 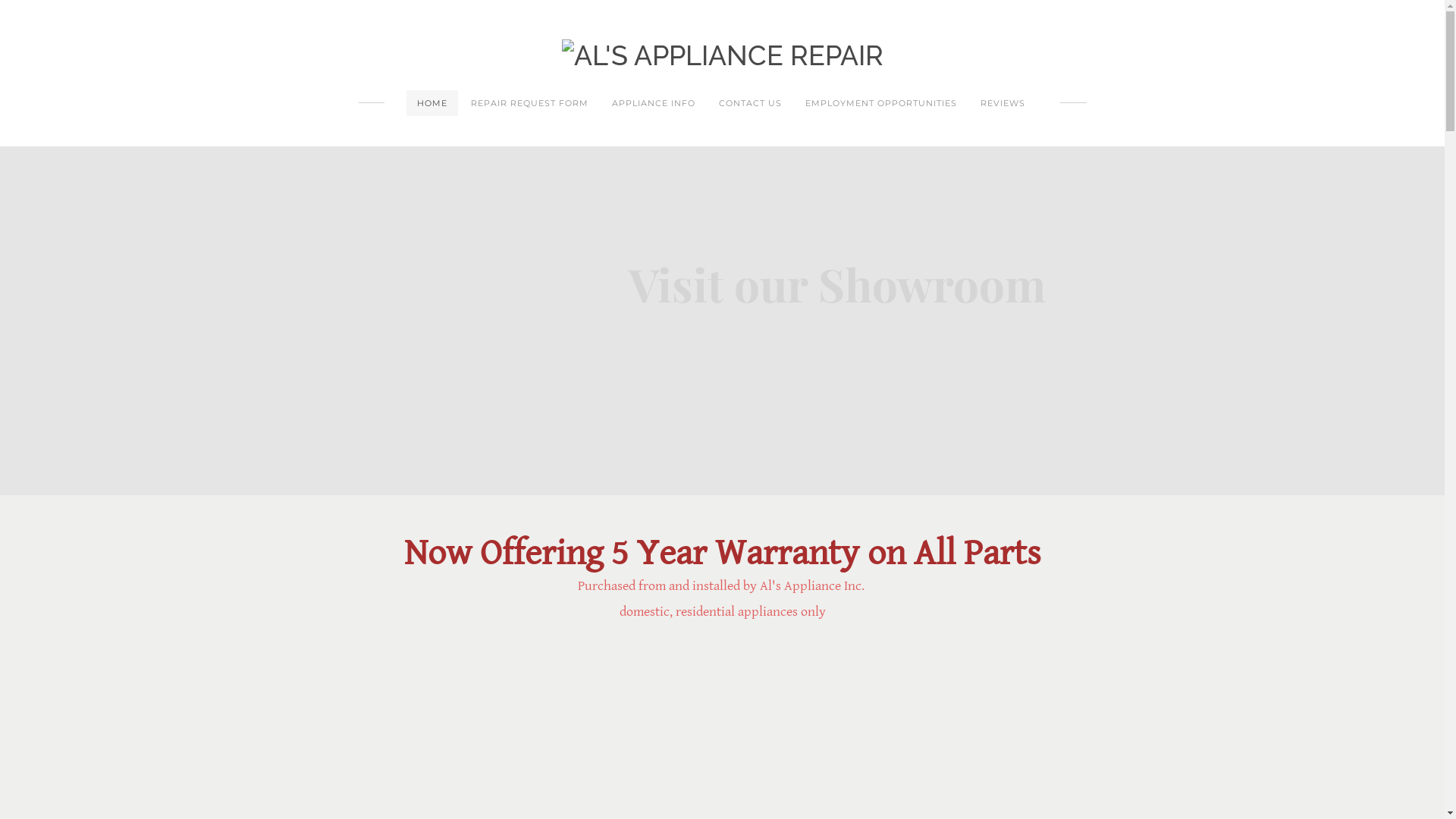 What do you see at coordinates (750, 102) in the screenshot?
I see `'CONTACT US'` at bounding box center [750, 102].